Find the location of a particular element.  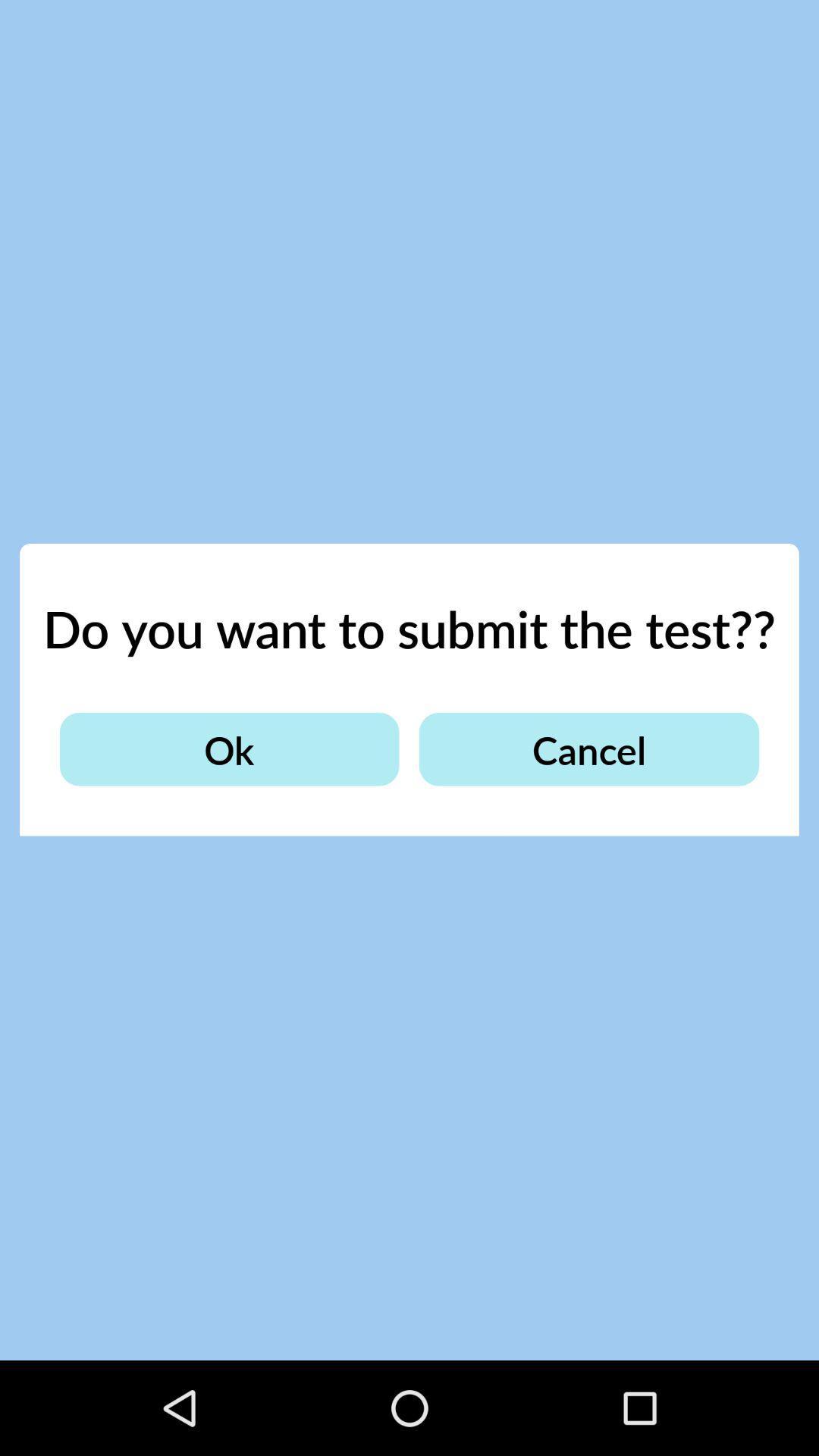

the icon below the do you want is located at coordinates (229, 749).